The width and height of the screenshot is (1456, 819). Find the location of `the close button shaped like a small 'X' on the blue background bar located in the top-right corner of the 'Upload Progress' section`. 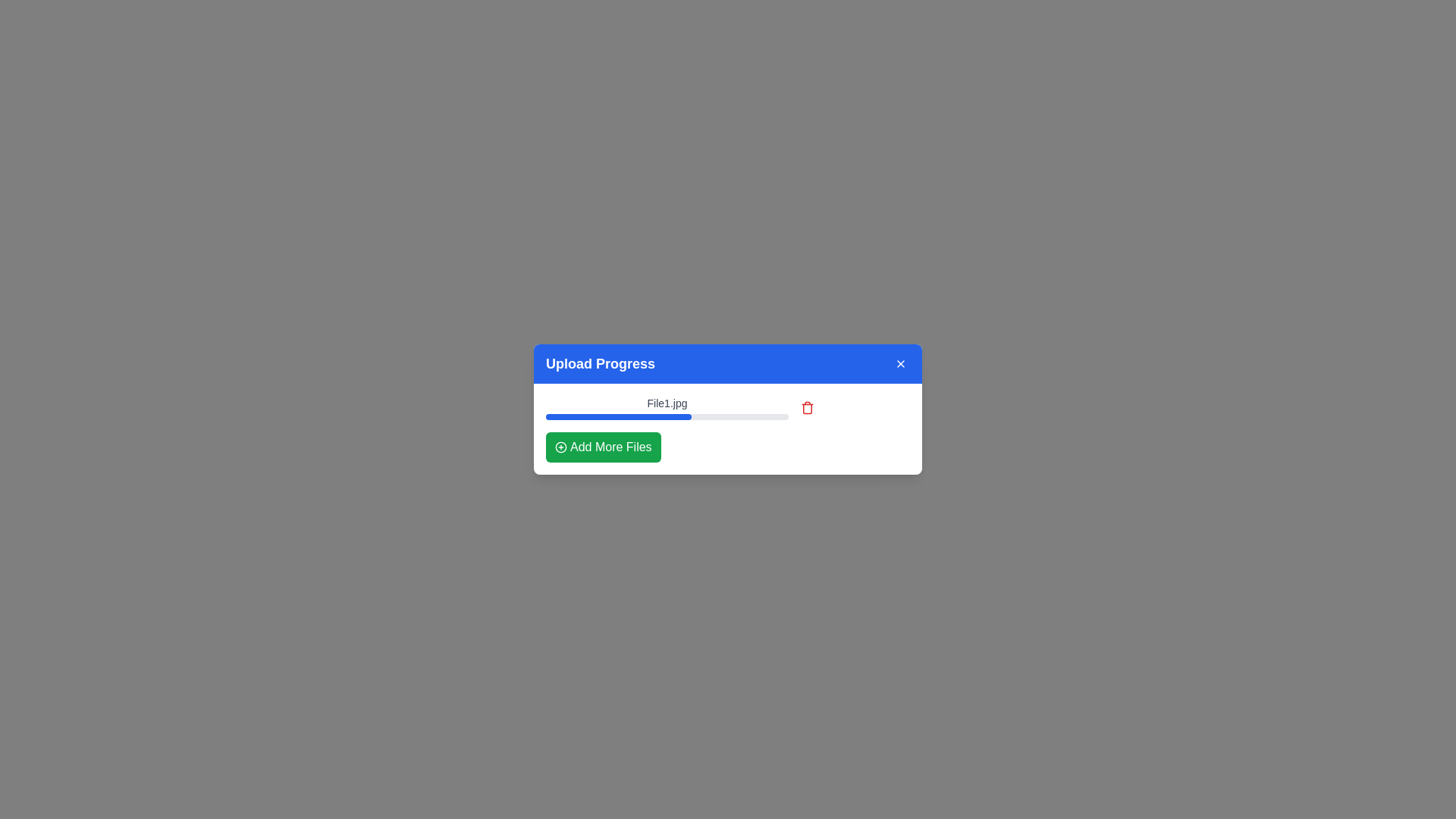

the close button shaped like a small 'X' on the blue background bar located in the top-right corner of the 'Upload Progress' section is located at coordinates (901, 363).